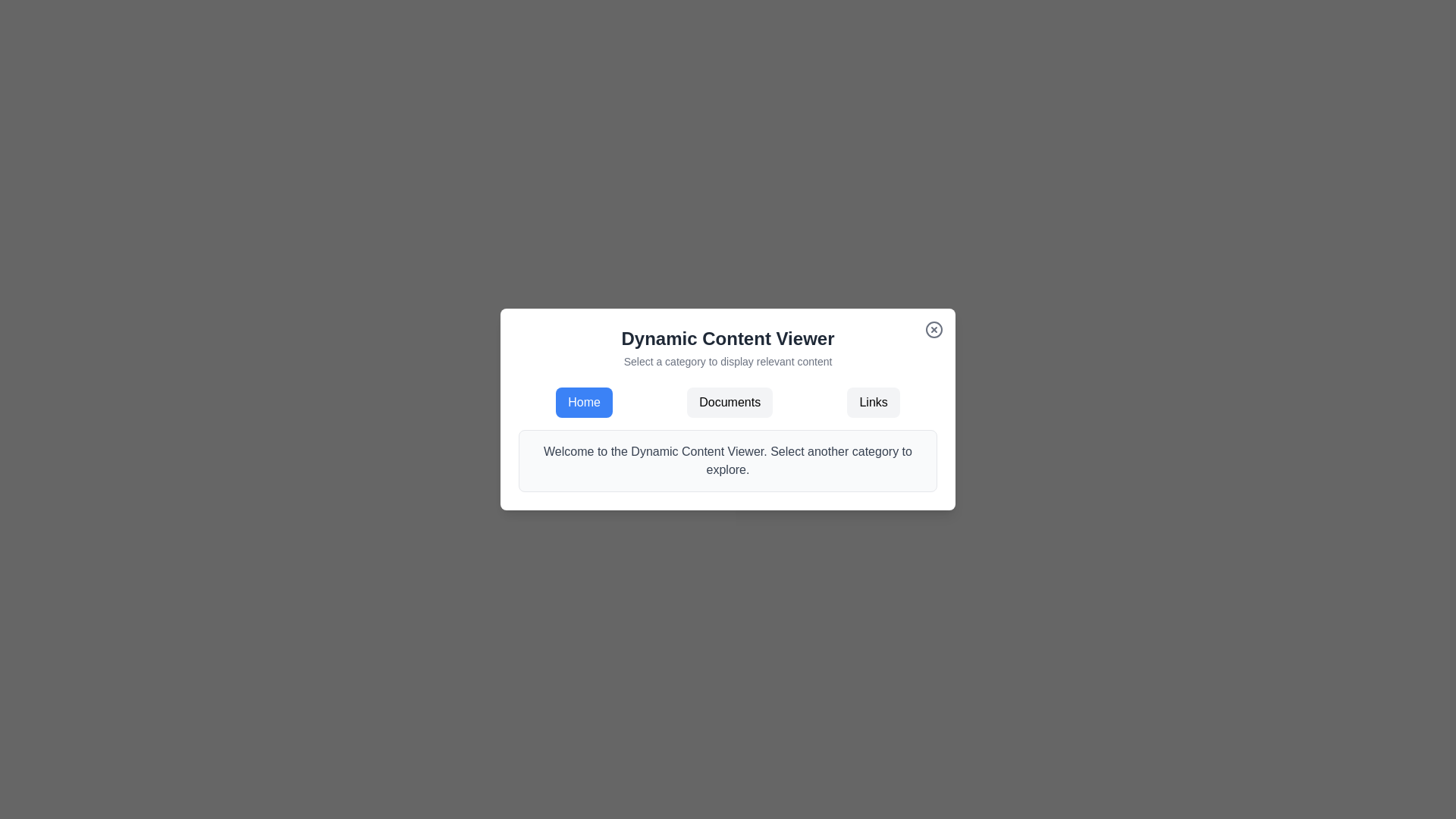 Image resolution: width=1456 pixels, height=819 pixels. Describe the element at coordinates (934, 329) in the screenshot. I see `the circular 'X' button at the top-right corner of the 'Dynamic Content Viewer' dialog box to change its color state` at that location.